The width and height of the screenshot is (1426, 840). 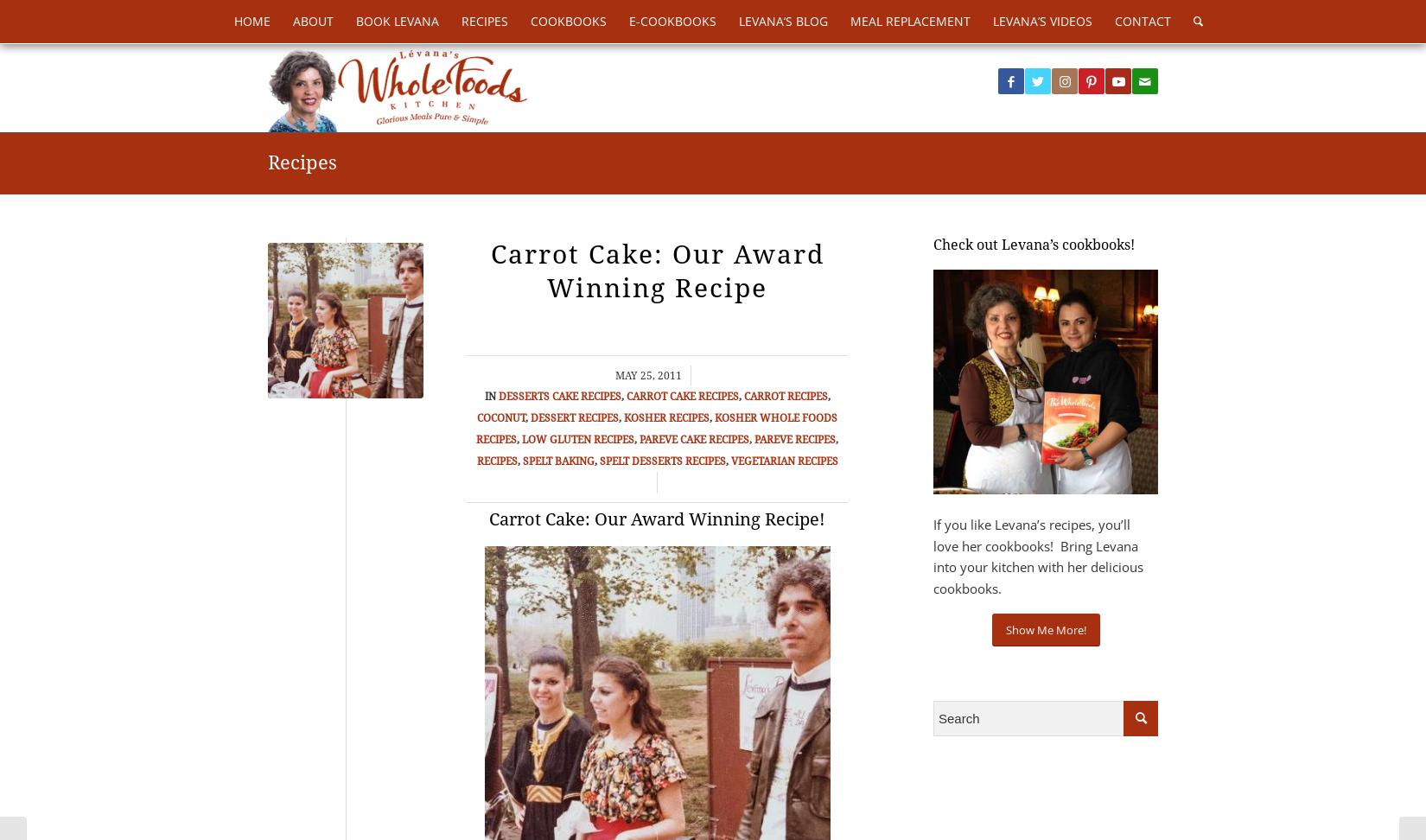 I want to click on 'Home', so click(x=252, y=21).